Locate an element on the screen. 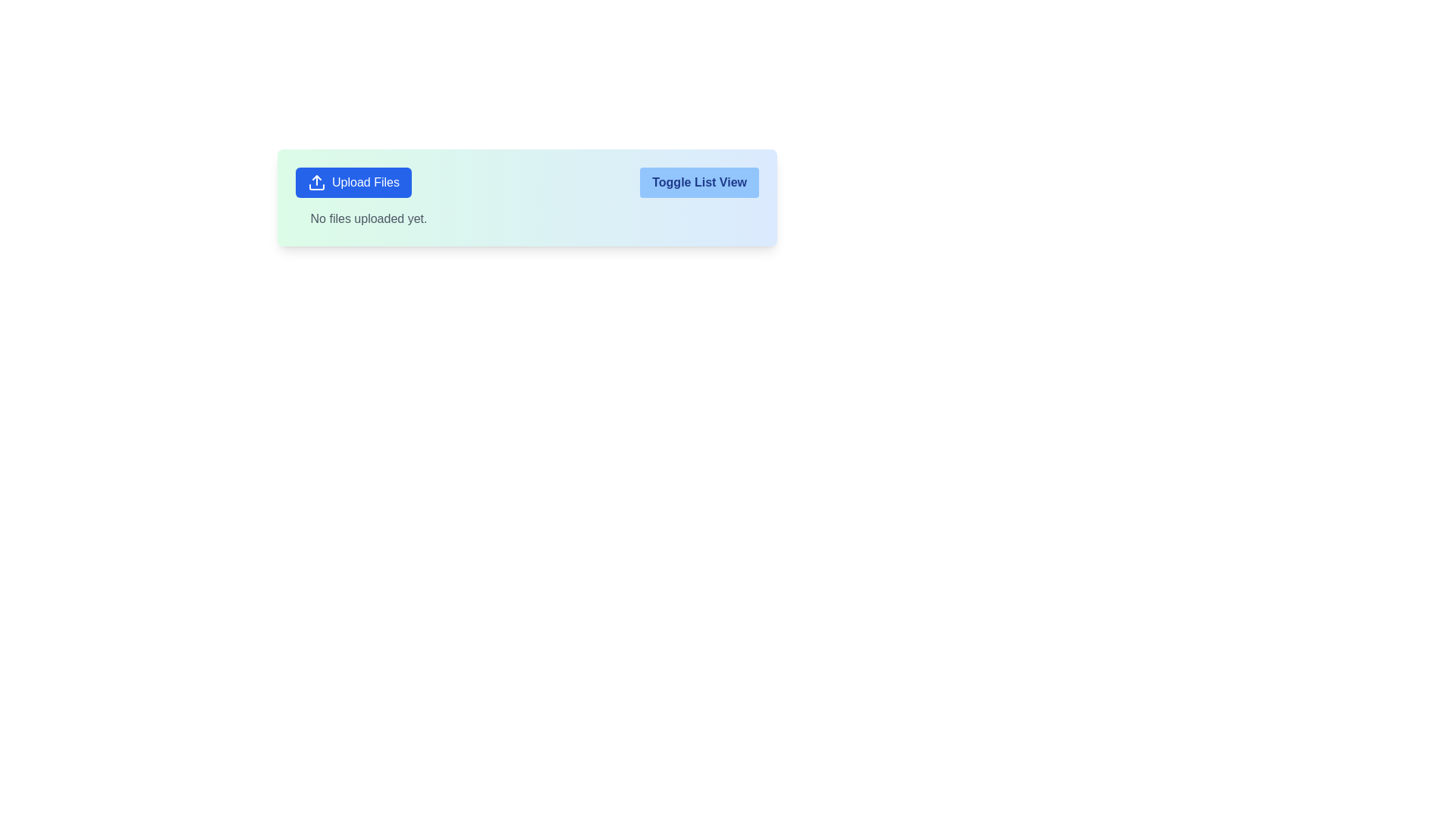 This screenshot has height=819, width=1456. the 'Upload Files' button with a blue background and white text is located at coordinates (353, 181).